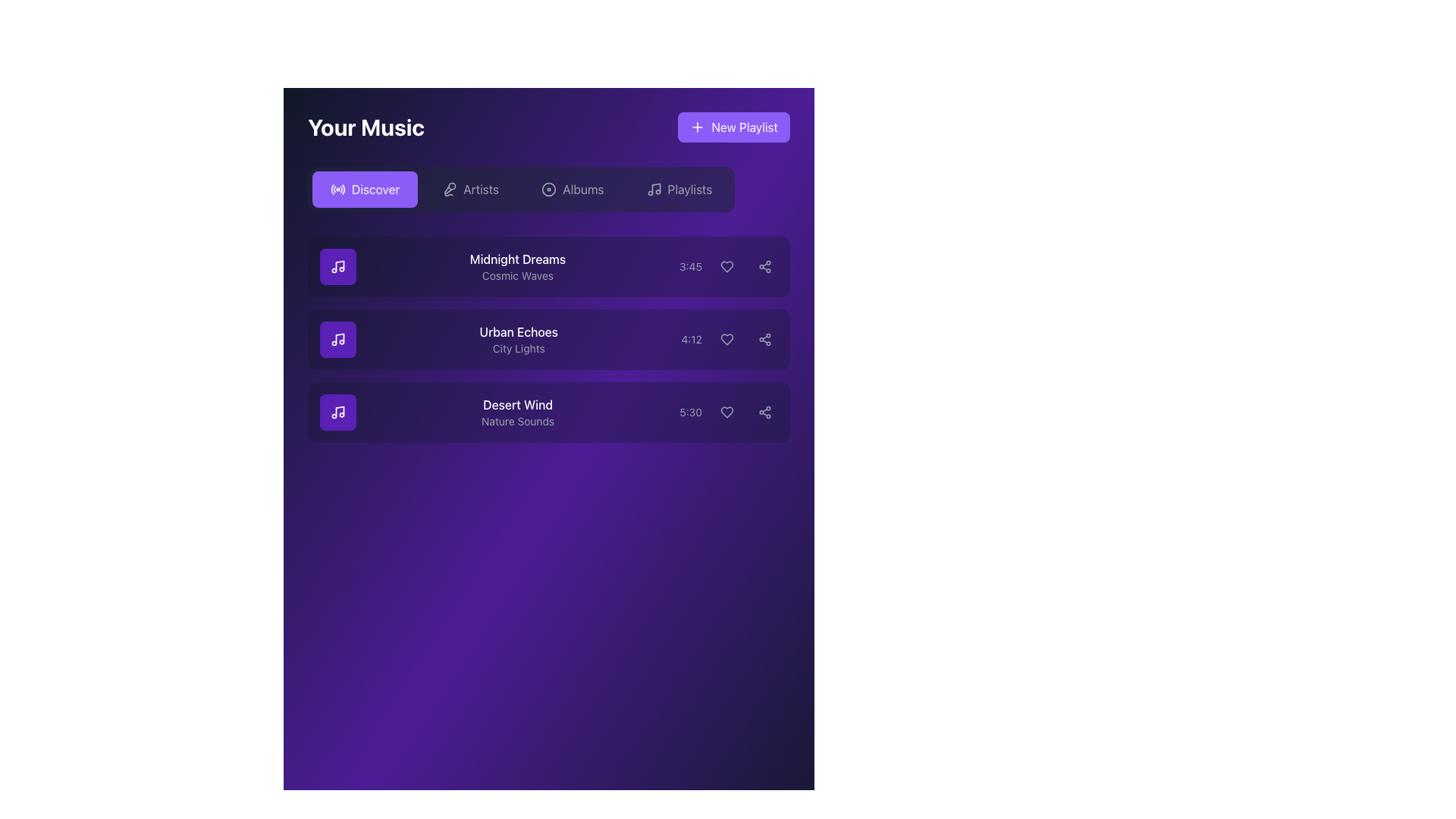  I want to click on the 'like' button (heart icon) located in the row for the song 'Urban Echoes', positioned to the right of the duration (4:12) and left of the share button, so click(726, 338).